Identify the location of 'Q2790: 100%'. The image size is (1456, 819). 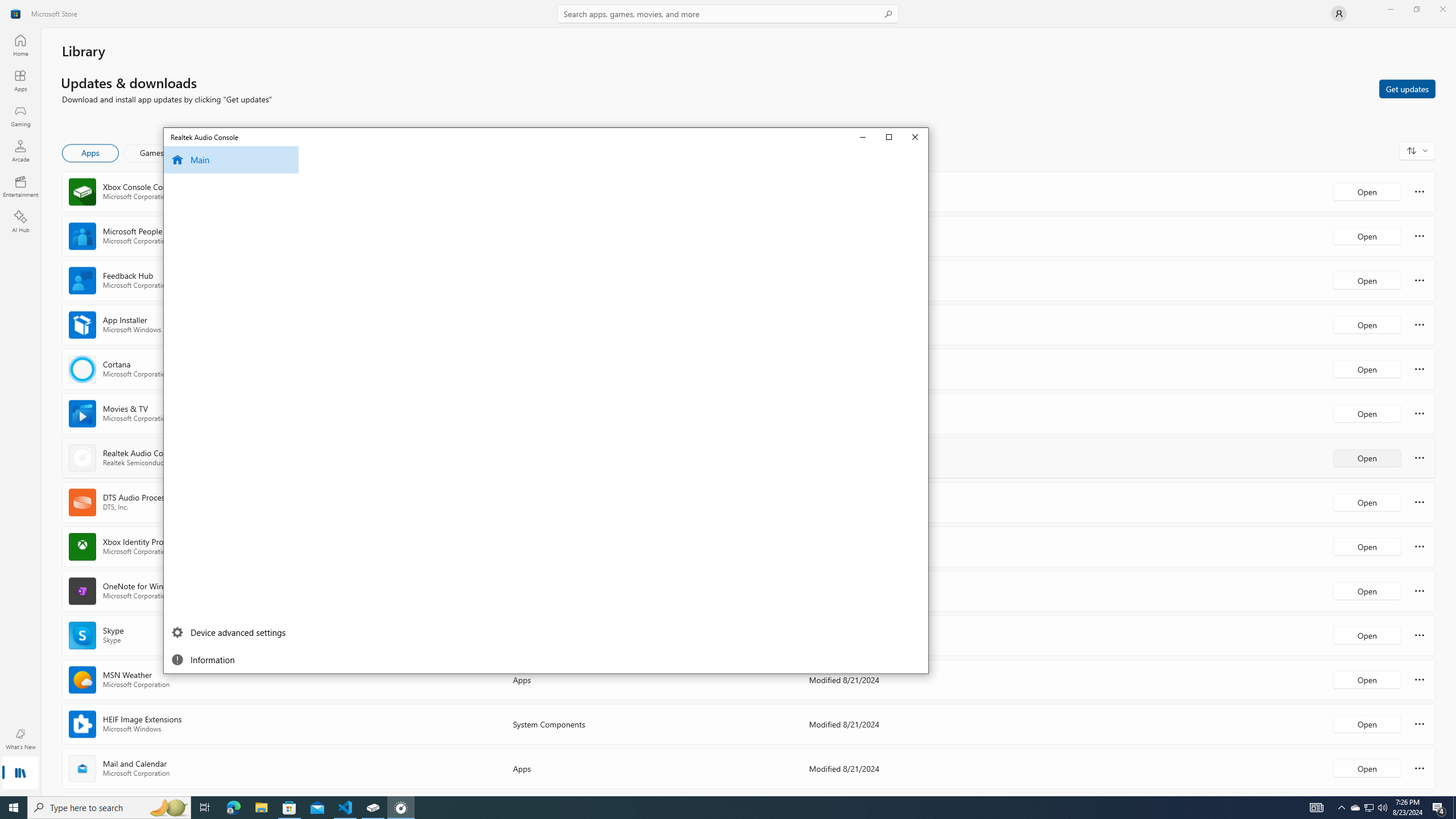
(1381, 806).